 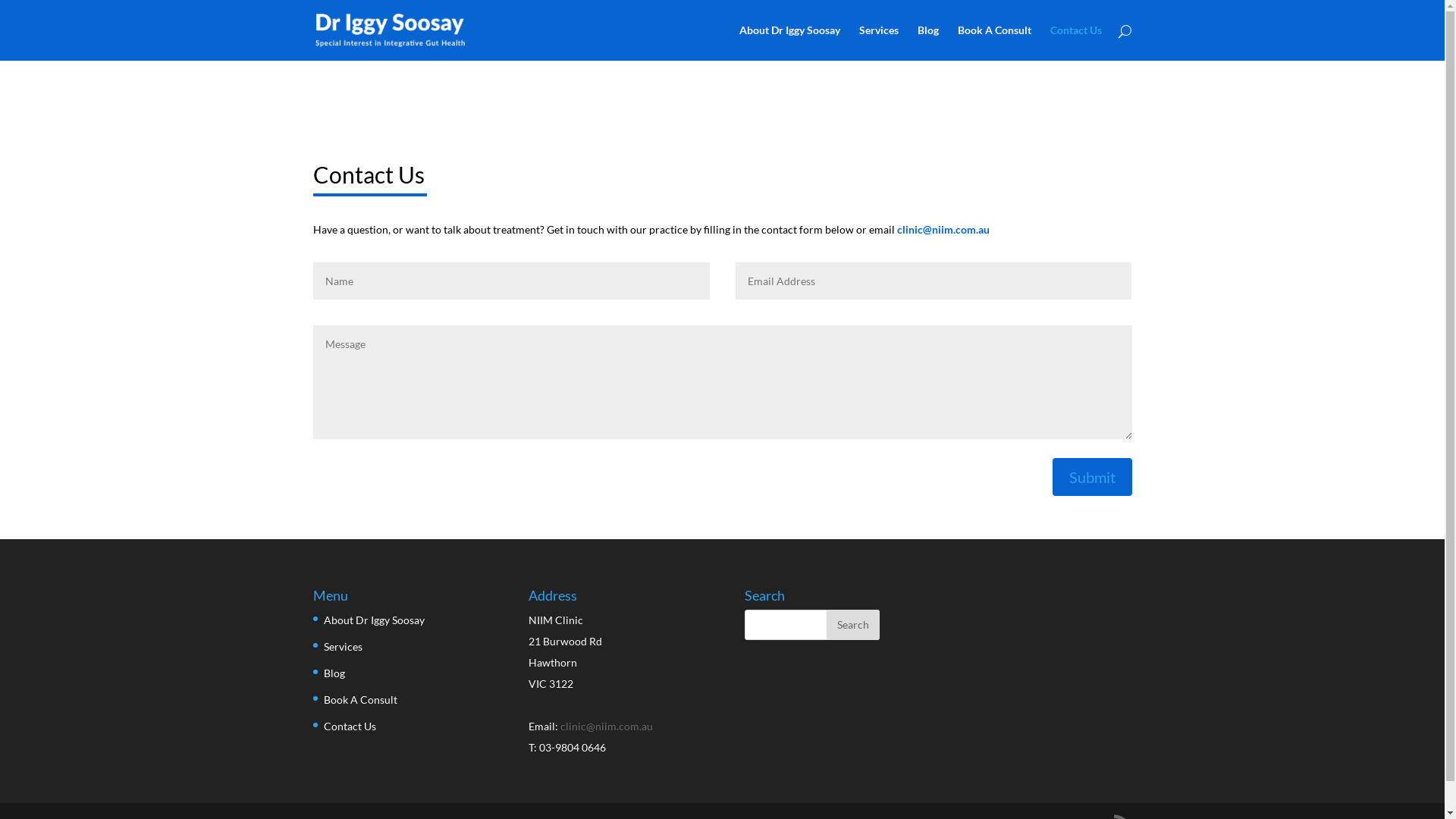 What do you see at coordinates (1092, 475) in the screenshot?
I see `'Submit'` at bounding box center [1092, 475].